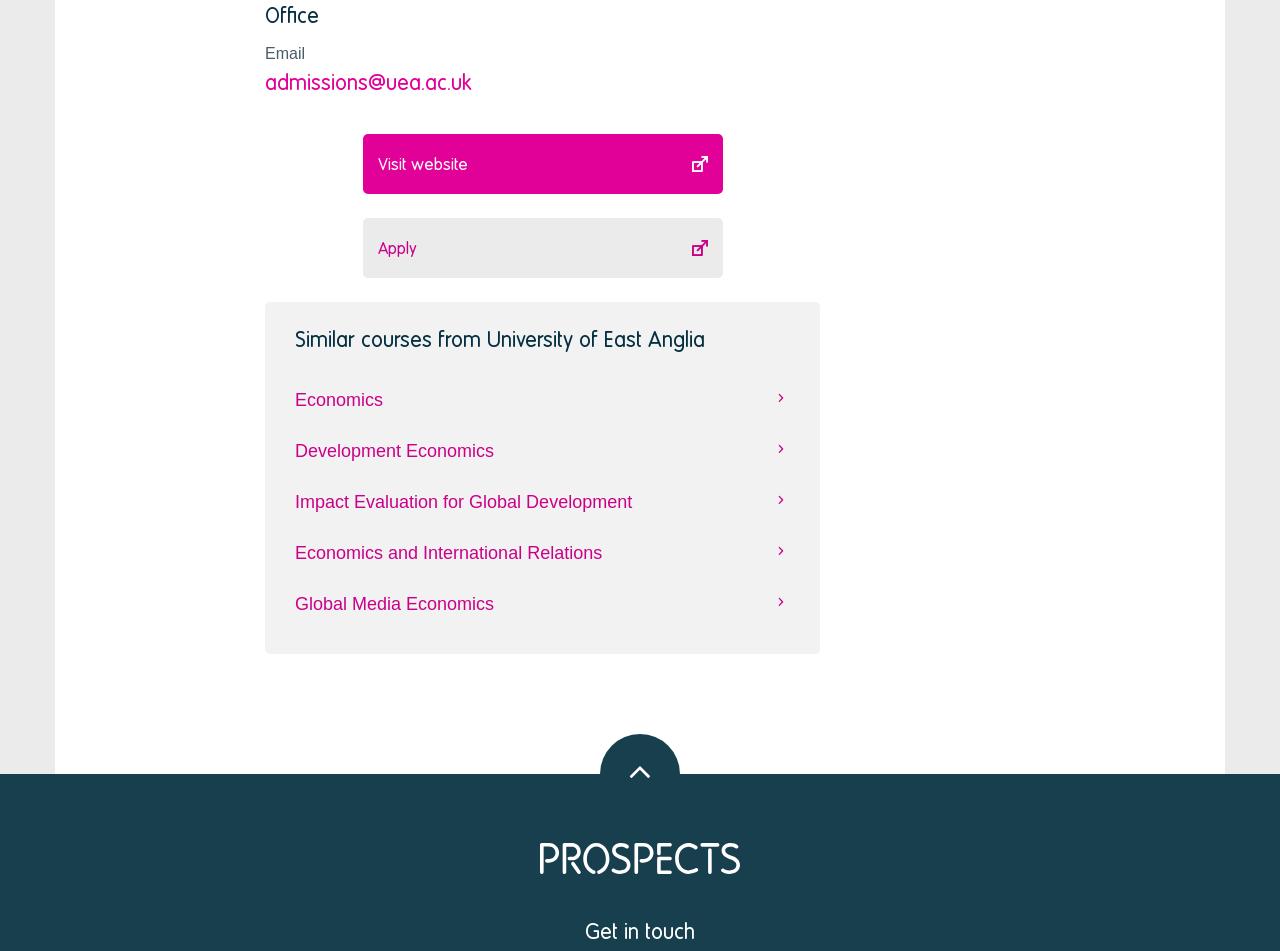 The height and width of the screenshot is (951, 1280). Describe the element at coordinates (462, 499) in the screenshot. I see `'Impact Evaluation for Global Development'` at that location.